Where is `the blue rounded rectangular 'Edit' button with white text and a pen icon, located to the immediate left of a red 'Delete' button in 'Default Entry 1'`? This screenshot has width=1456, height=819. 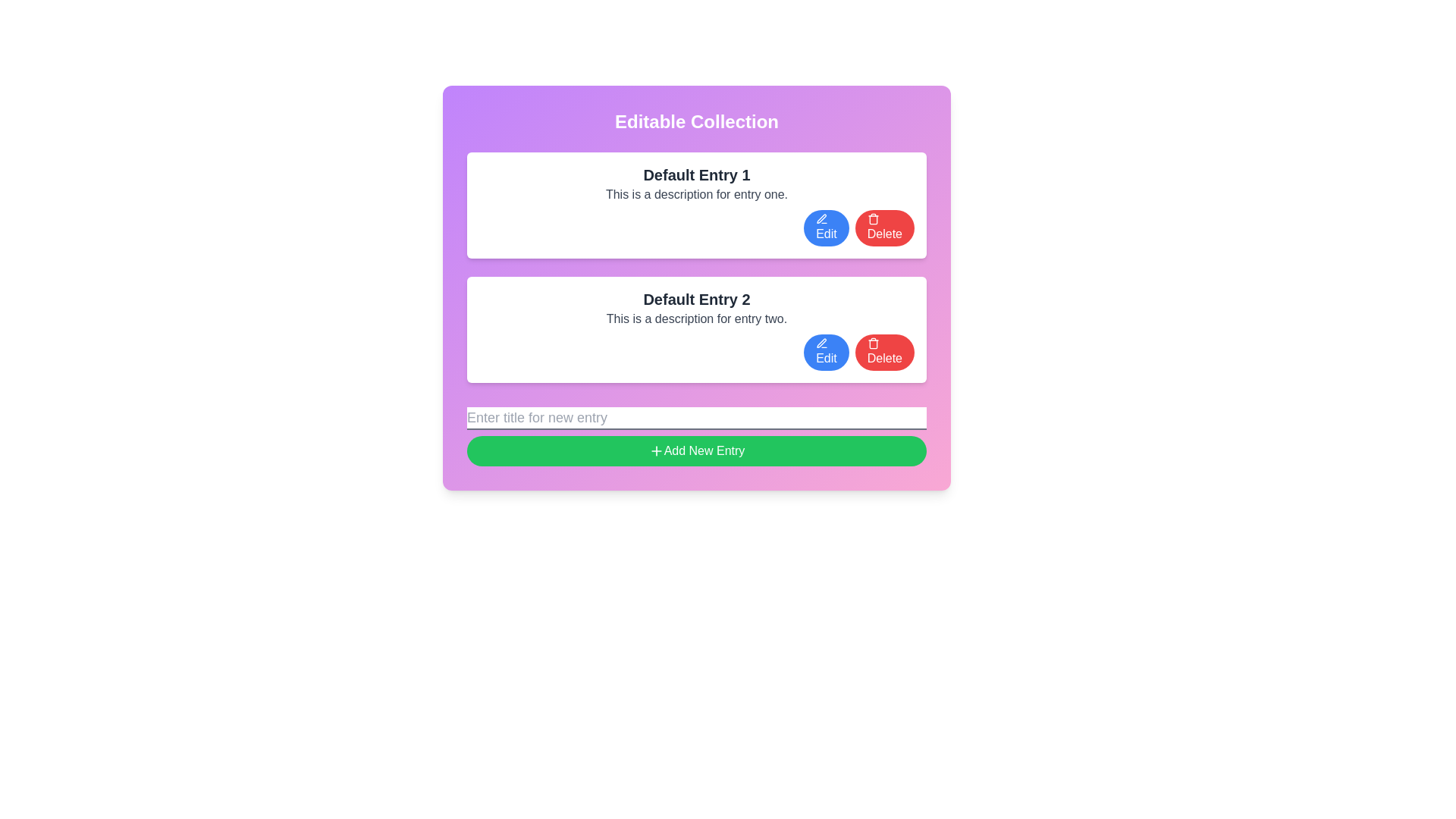
the blue rounded rectangular 'Edit' button with white text and a pen icon, located to the immediate left of a red 'Delete' button in 'Default Entry 1' is located at coordinates (825, 227).